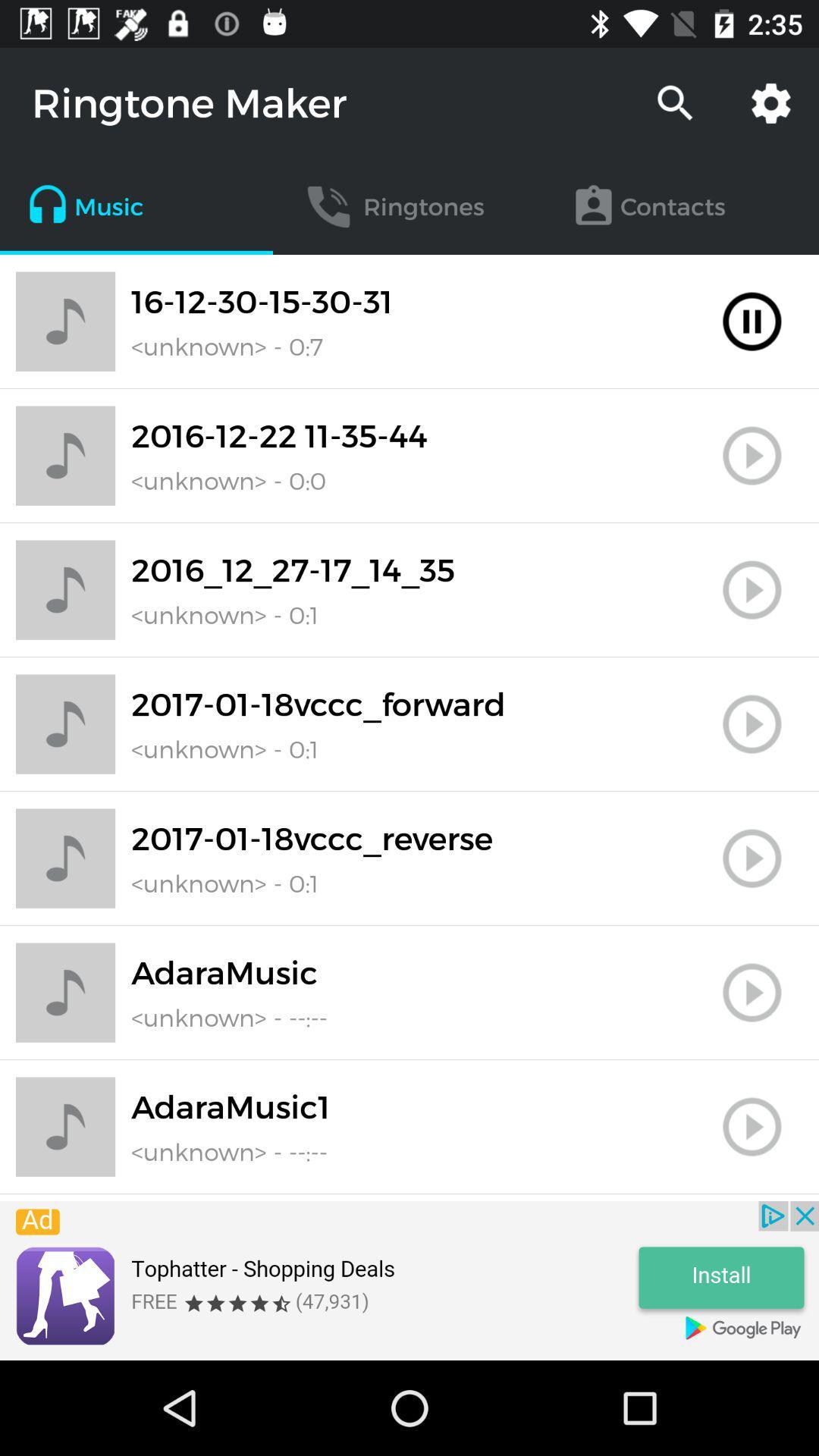  Describe the element at coordinates (752, 455) in the screenshot. I see `button for ringtone` at that location.